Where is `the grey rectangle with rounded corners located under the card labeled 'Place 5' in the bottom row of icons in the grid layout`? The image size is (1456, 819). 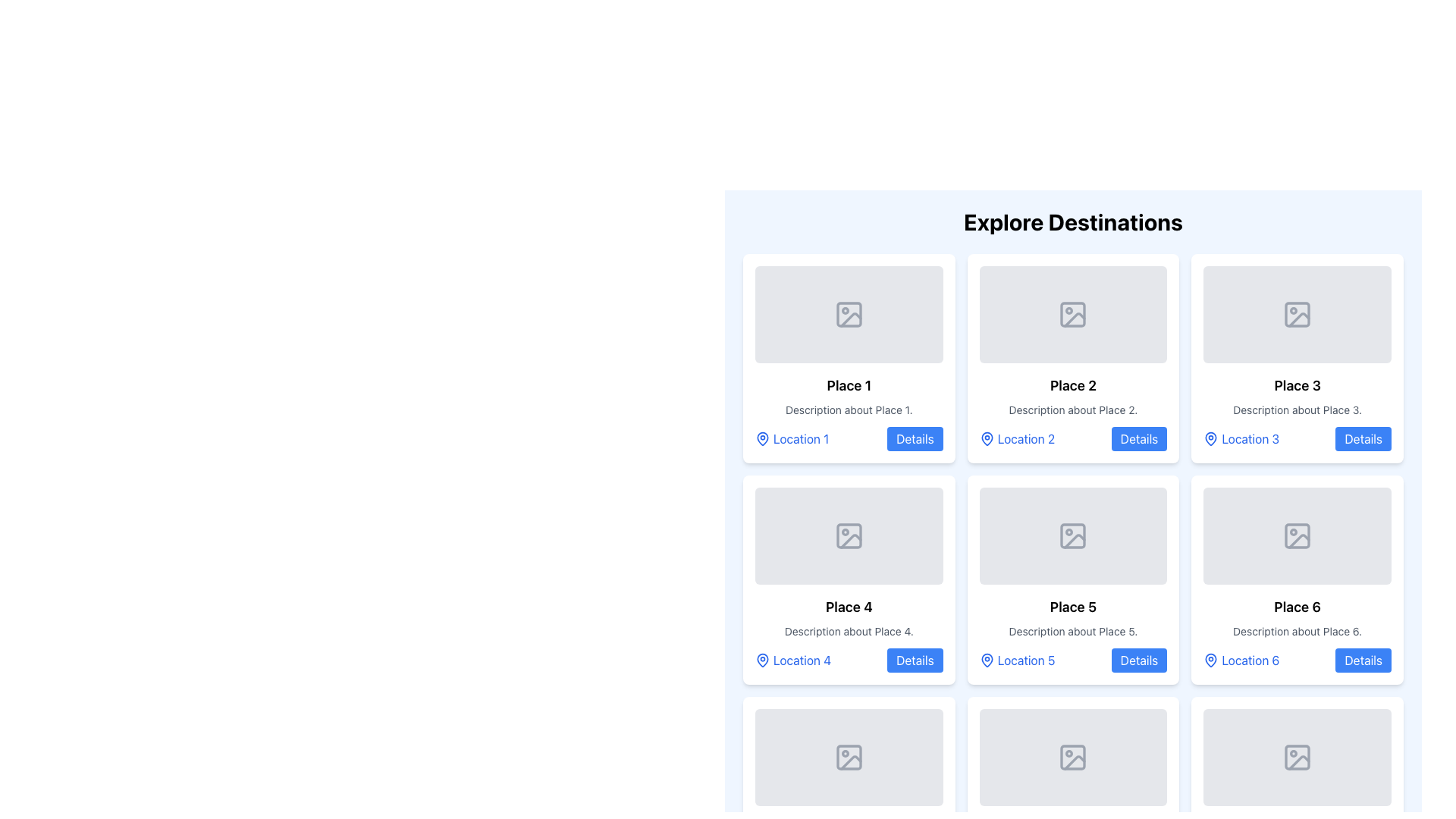 the grey rectangle with rounded corners located under the card labeled 'Place 5' in the bottom row of icons in the grid layout is located at coordinates (1072, 758).